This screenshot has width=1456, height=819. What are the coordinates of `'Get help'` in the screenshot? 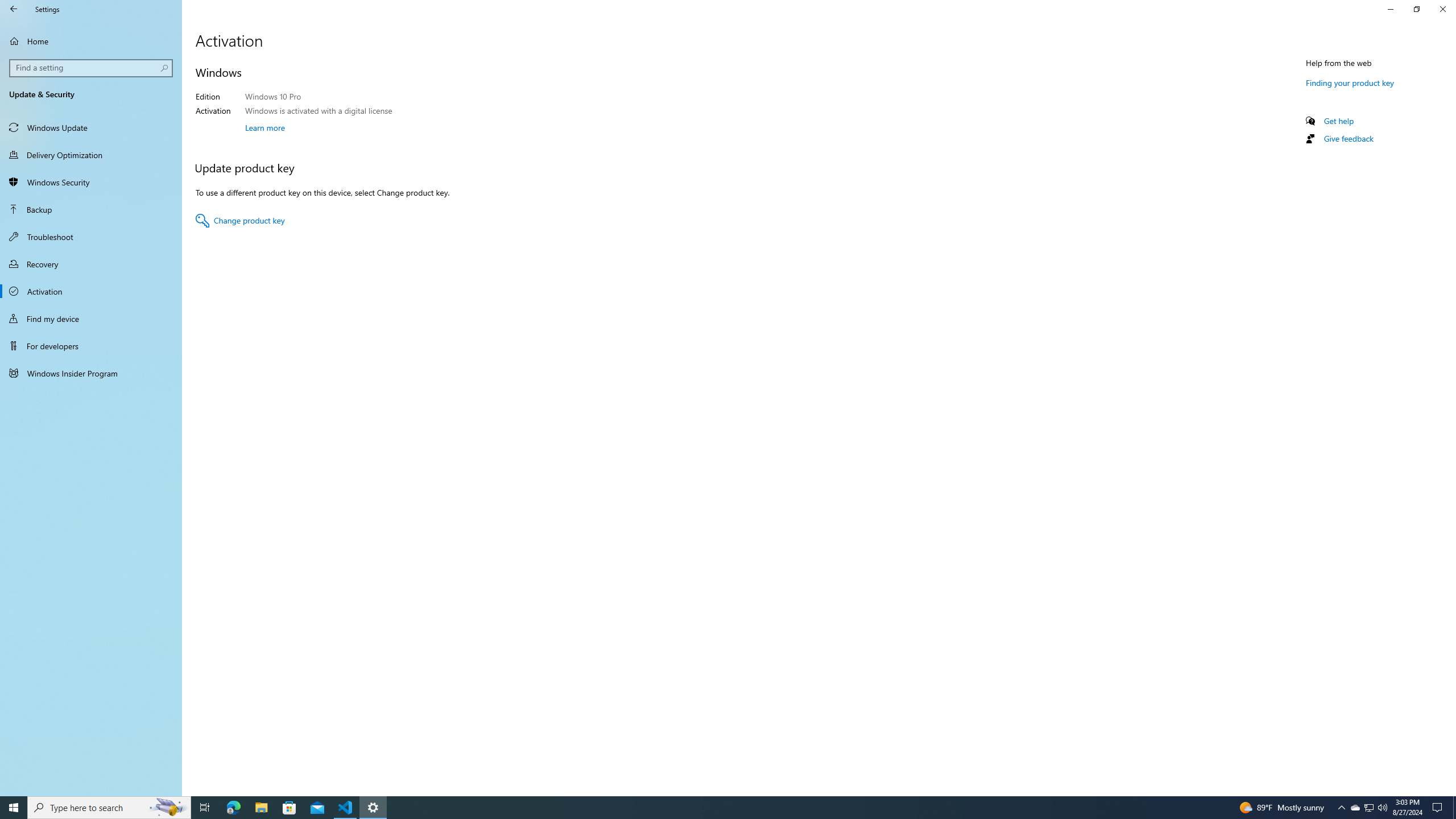 It's located at (1338, 120).